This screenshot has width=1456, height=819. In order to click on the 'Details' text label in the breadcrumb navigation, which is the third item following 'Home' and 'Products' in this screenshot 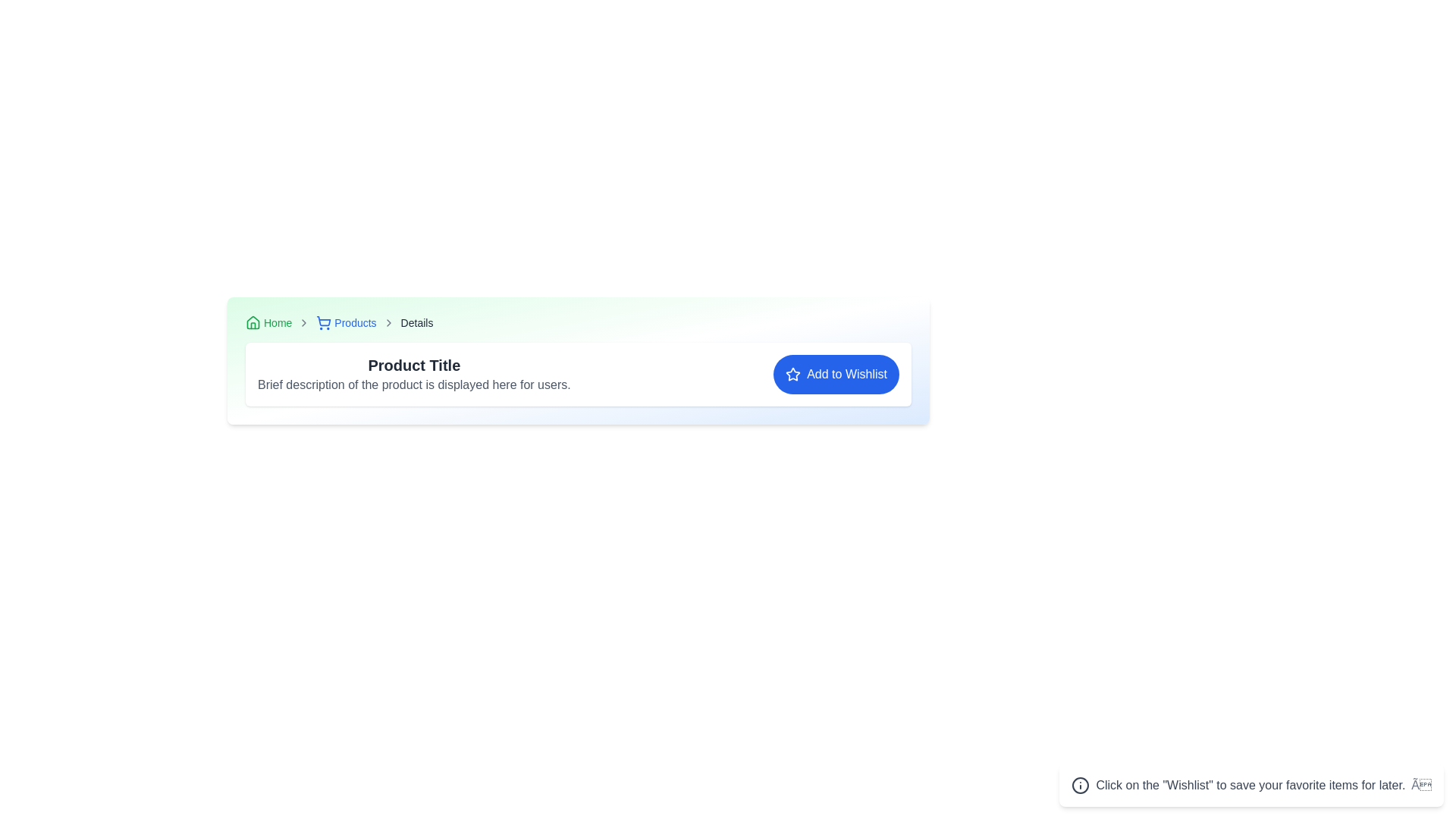, I will do `click(417, 322)`.